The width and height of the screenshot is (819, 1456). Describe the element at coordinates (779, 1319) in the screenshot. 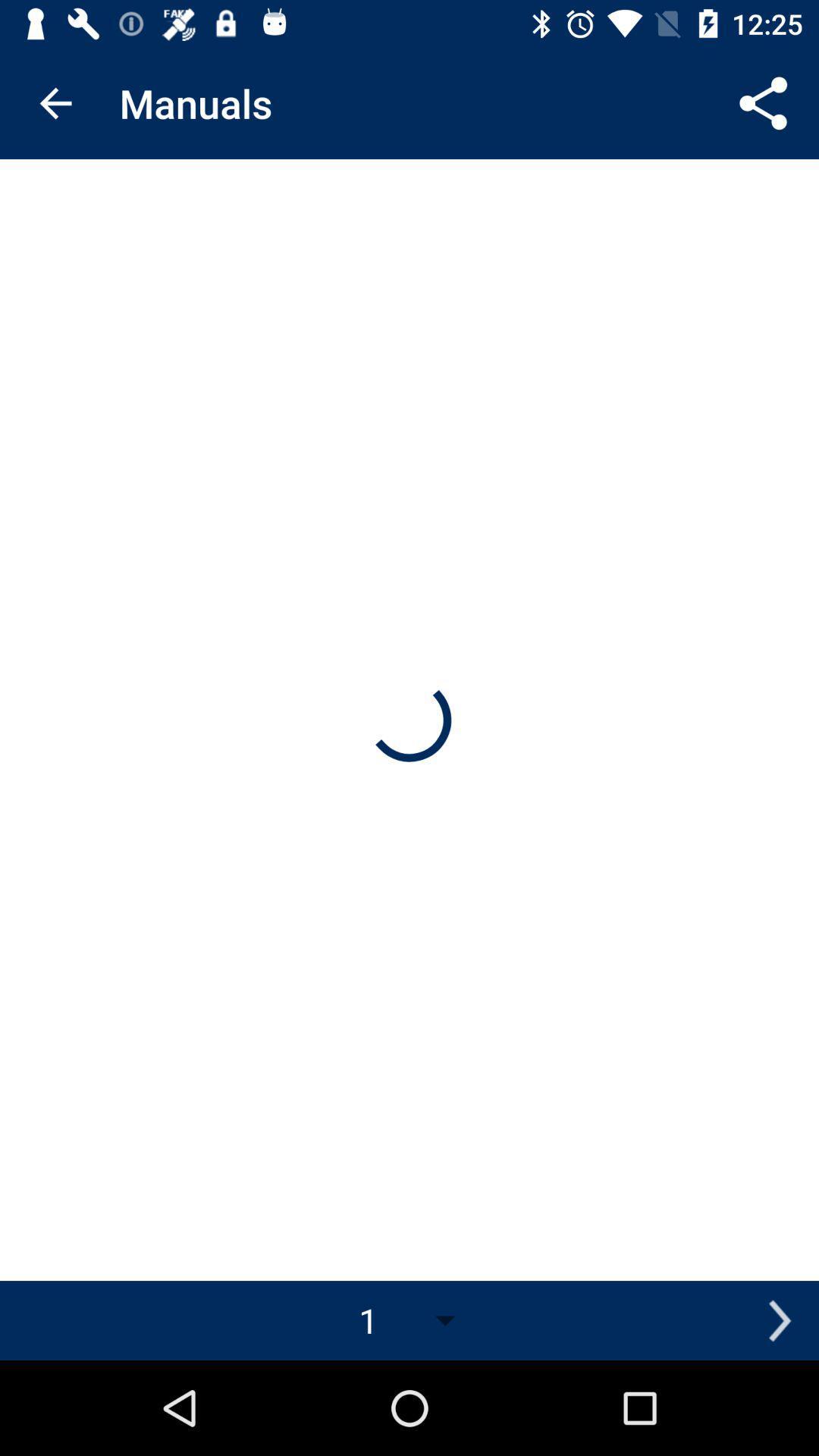

I see `next page` at that location.